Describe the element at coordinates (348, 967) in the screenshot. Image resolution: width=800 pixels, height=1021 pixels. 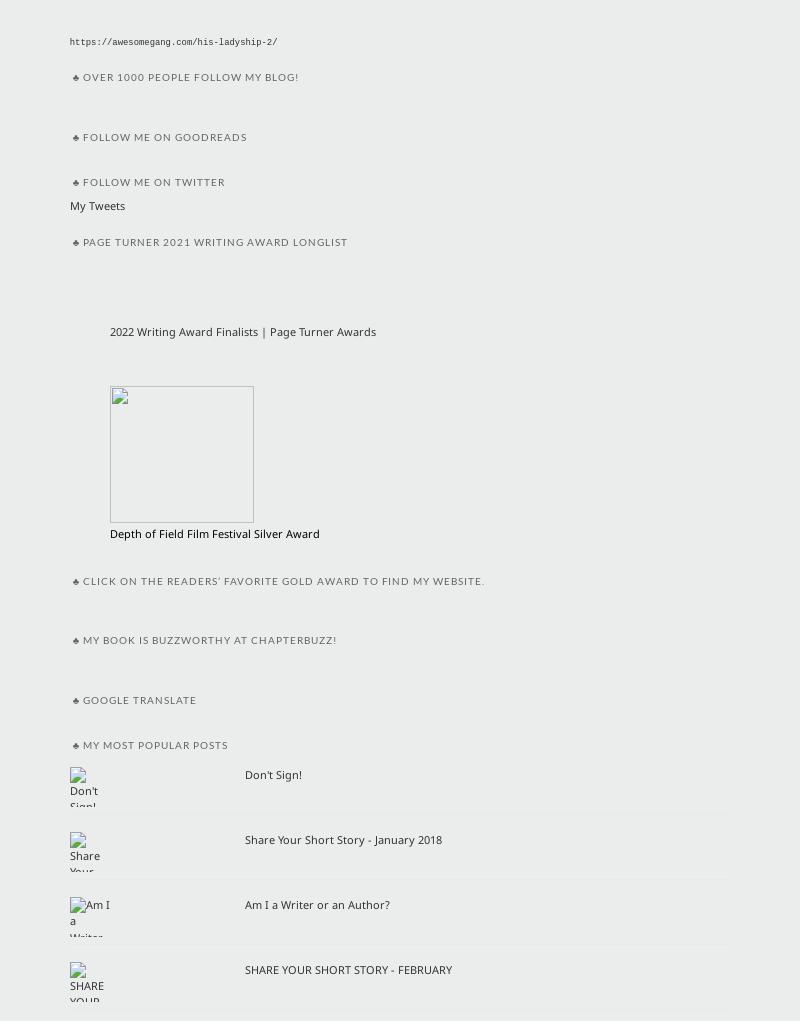
I see `'SHARE YOUR SHORT STORY - FEBRUARY'` at that location.